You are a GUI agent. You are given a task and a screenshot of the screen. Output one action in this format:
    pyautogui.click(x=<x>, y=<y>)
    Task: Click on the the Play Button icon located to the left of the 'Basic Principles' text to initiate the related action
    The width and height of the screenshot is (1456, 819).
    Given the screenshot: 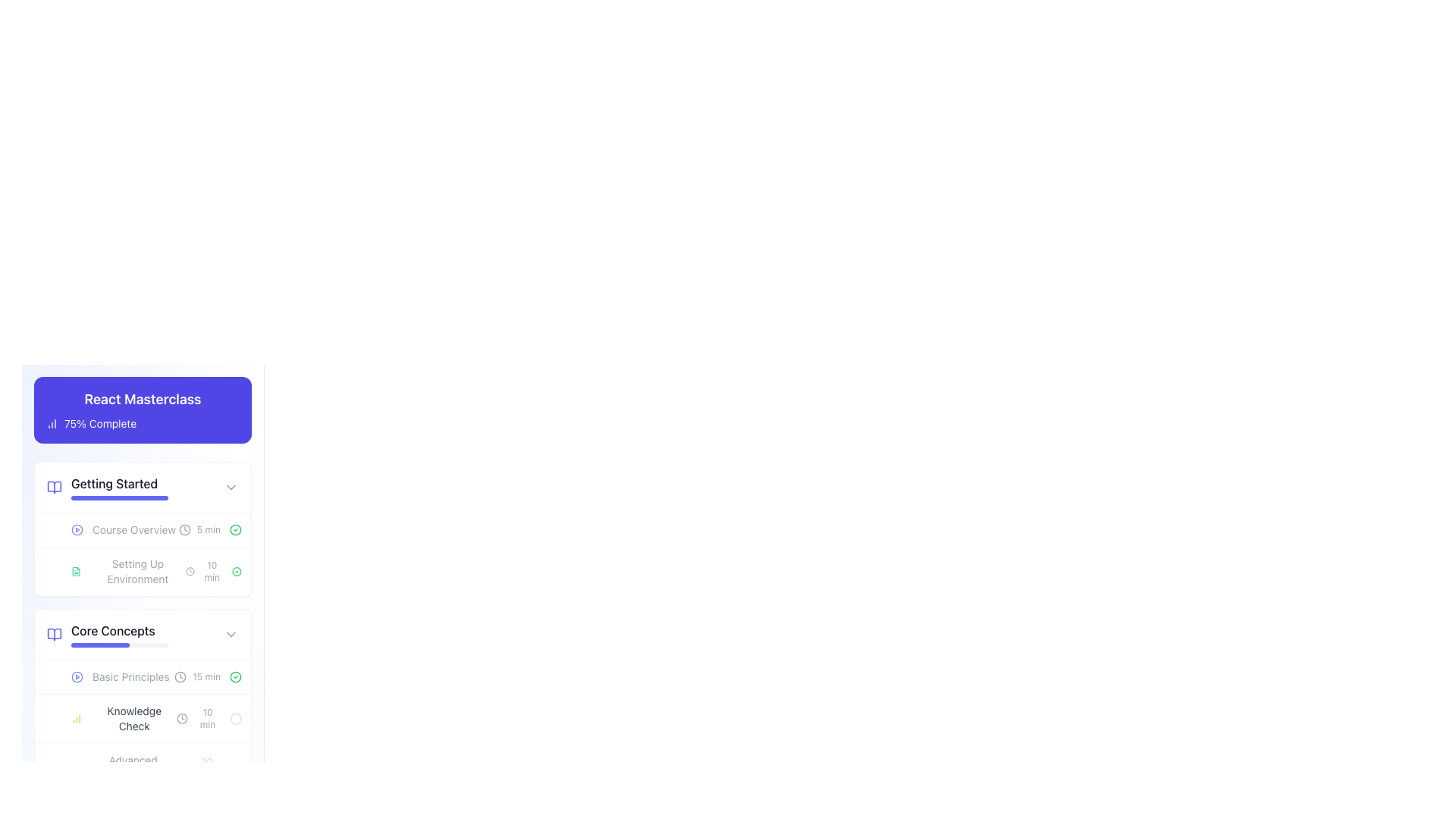 What is the action you would take?
    pyautogui.click(x=76, y=676)
    